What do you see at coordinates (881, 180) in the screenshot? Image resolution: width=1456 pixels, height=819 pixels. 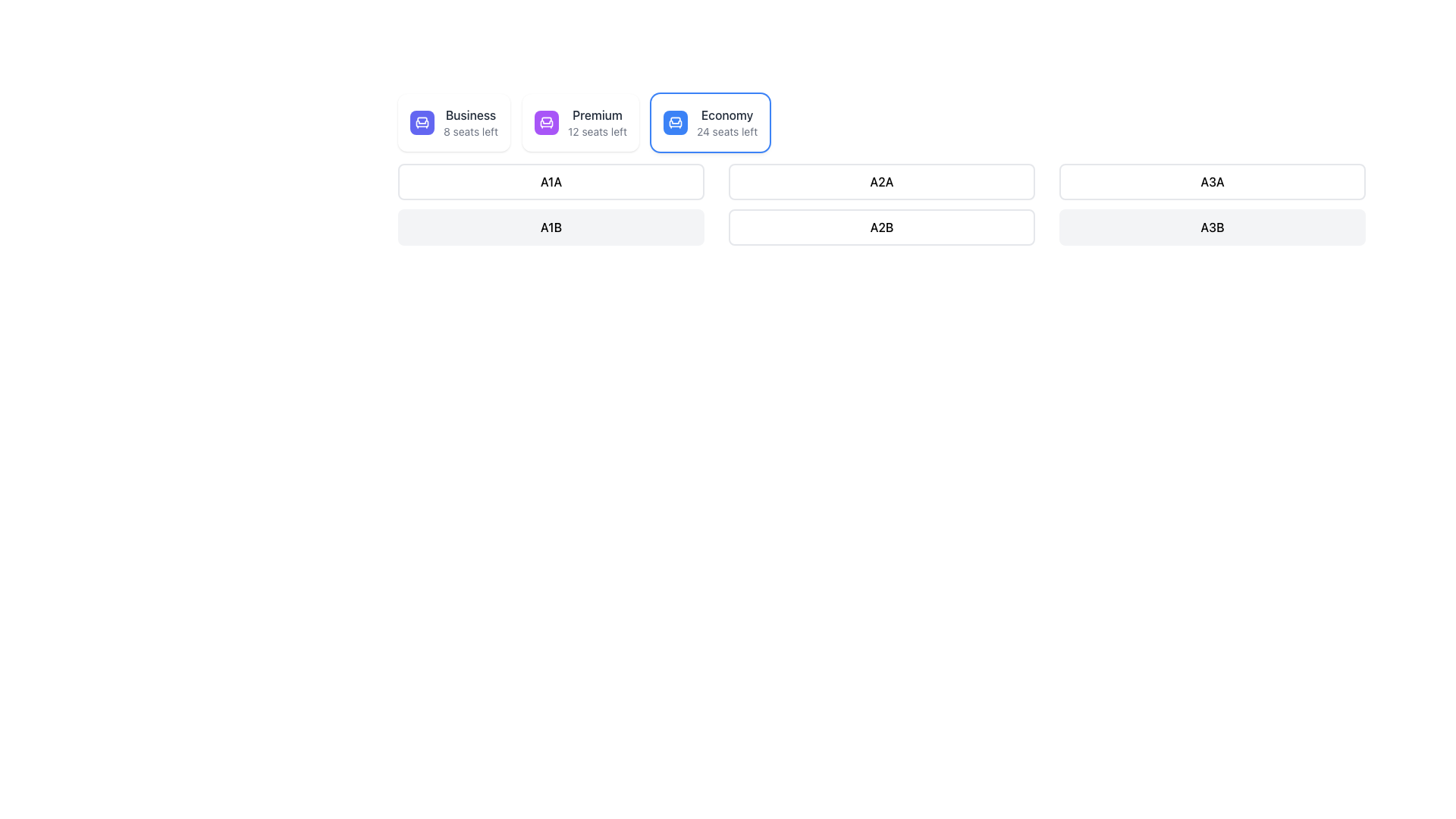 I see `the interactive button labeled 'A2A', which is positioned in the top row to the right of the button labeled 'A1A'` at bounding box center [881, 180].